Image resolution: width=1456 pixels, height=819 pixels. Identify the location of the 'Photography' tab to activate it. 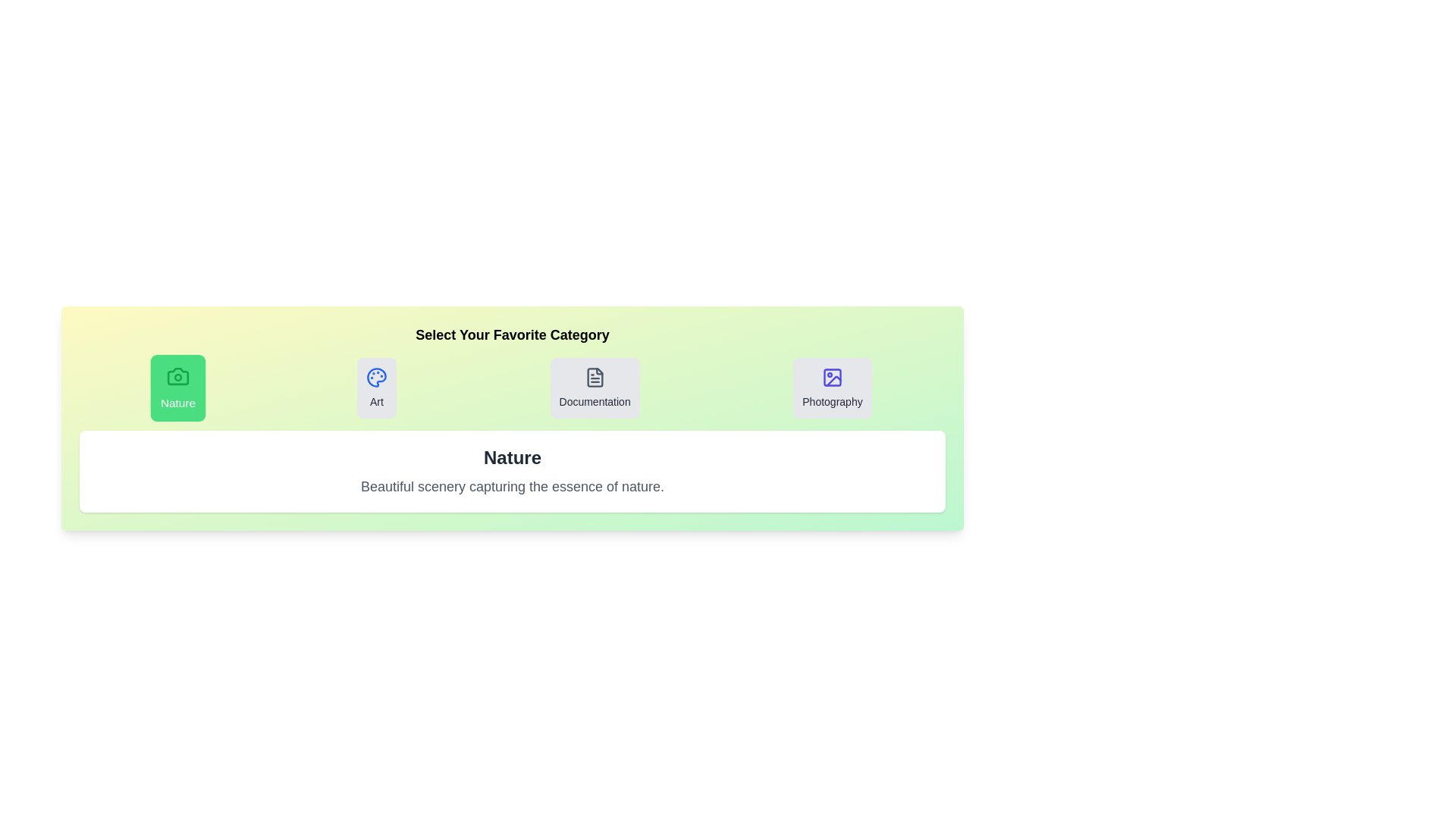
(832, 388).